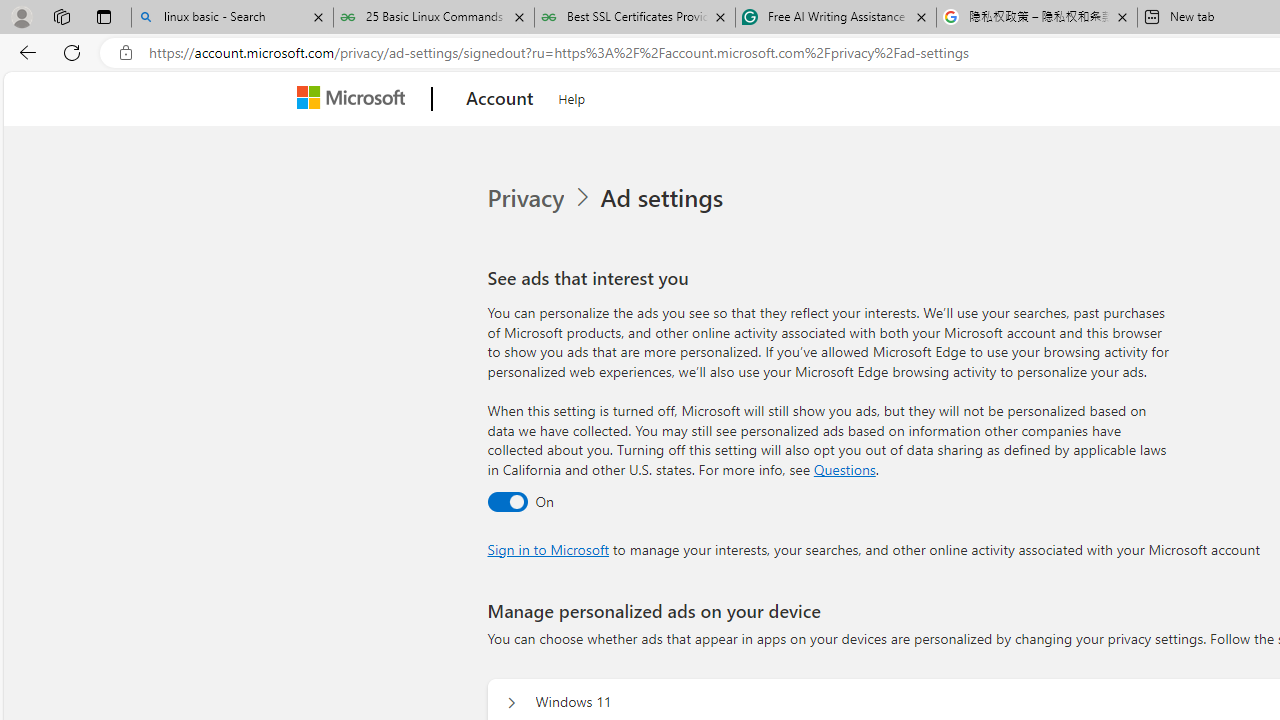 This screenshot has width=1280, height=720. I want to click on 'Ad settings', so click(666, 198).